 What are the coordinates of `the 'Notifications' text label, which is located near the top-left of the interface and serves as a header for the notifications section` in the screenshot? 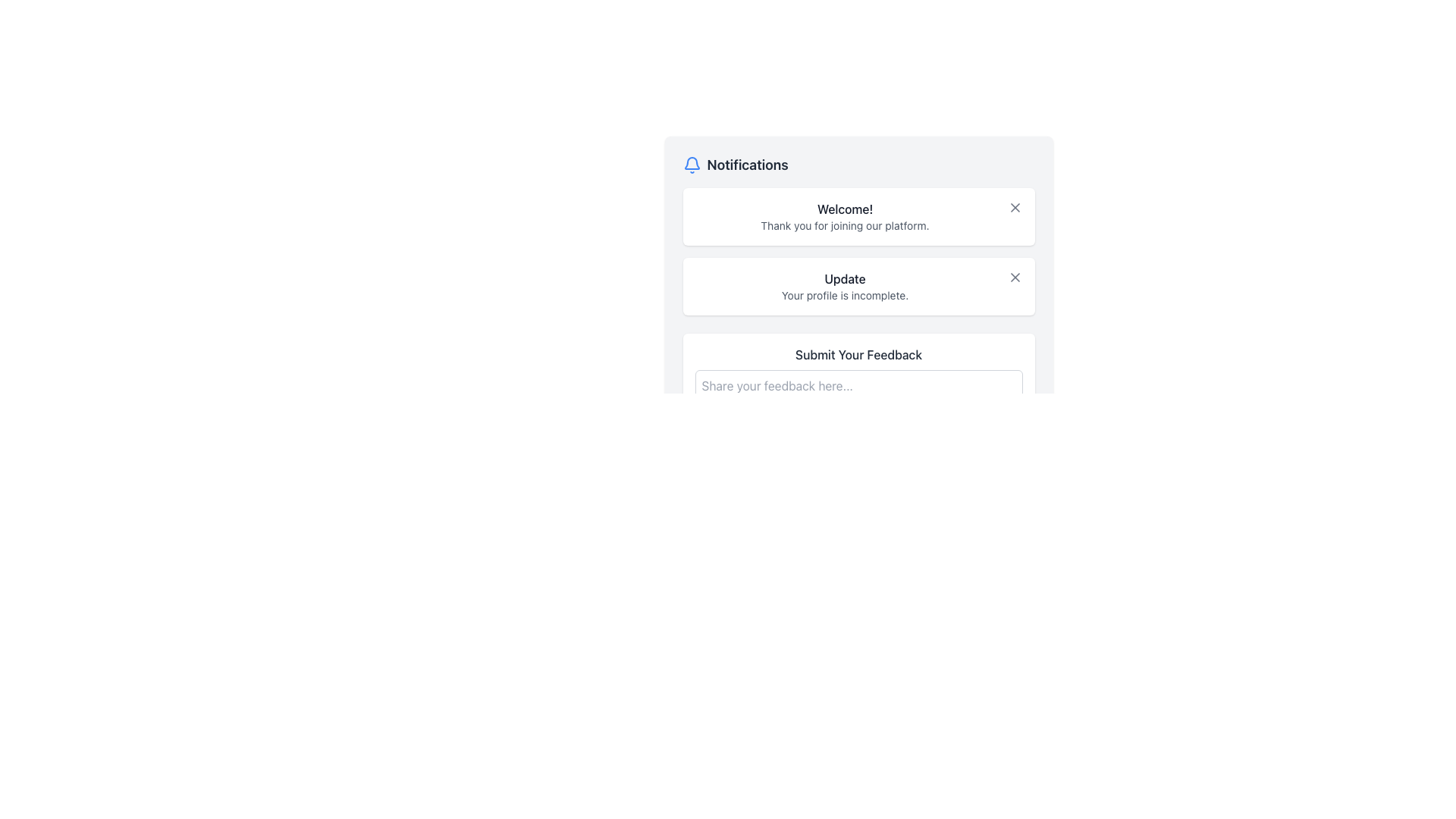 It's located at (748, 165).